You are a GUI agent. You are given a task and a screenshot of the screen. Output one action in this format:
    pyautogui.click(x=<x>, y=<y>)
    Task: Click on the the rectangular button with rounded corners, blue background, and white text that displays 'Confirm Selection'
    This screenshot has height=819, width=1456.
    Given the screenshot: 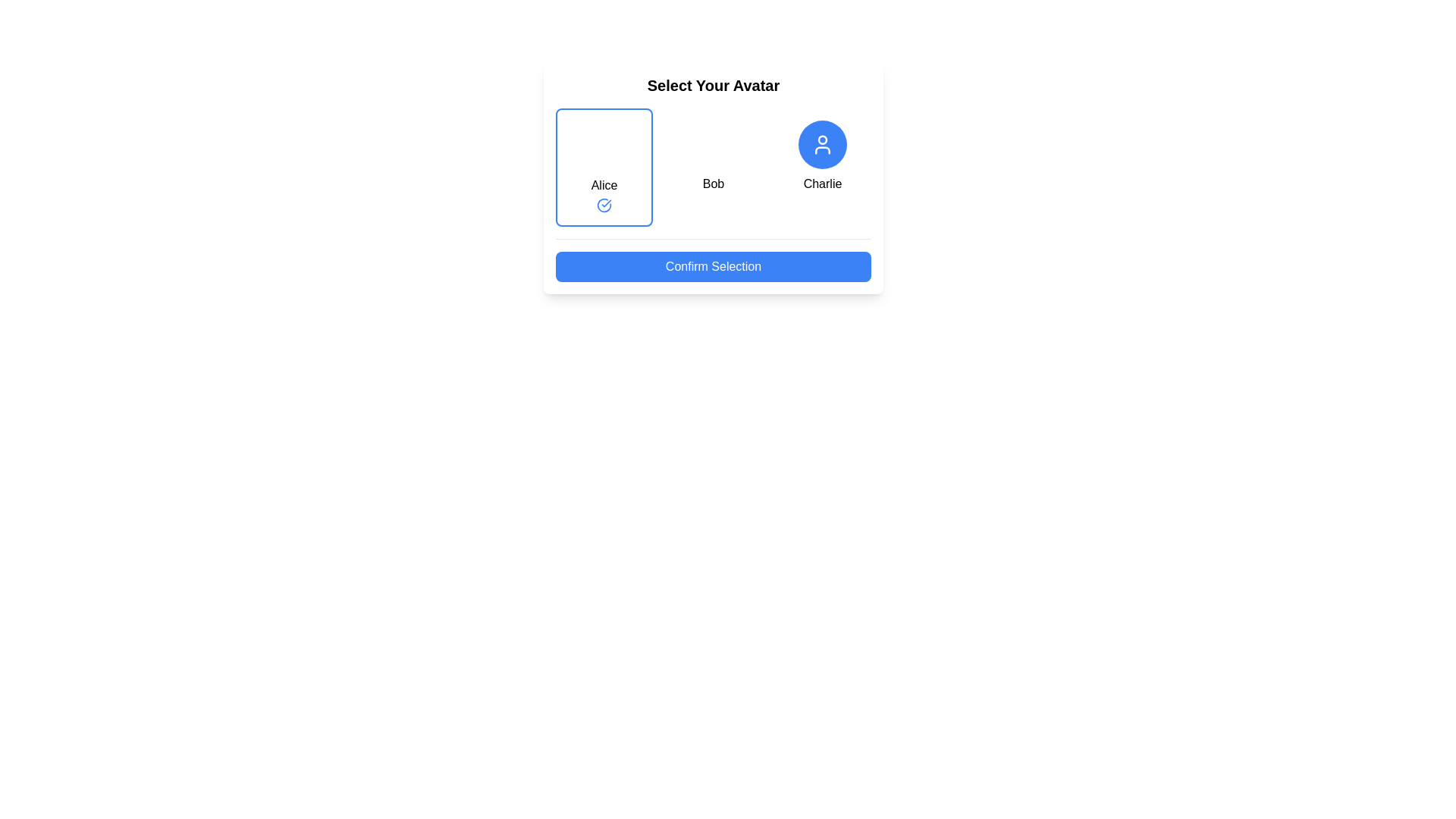 What is the action you would take?
    pyautogui.click(x=712, y=259)
    